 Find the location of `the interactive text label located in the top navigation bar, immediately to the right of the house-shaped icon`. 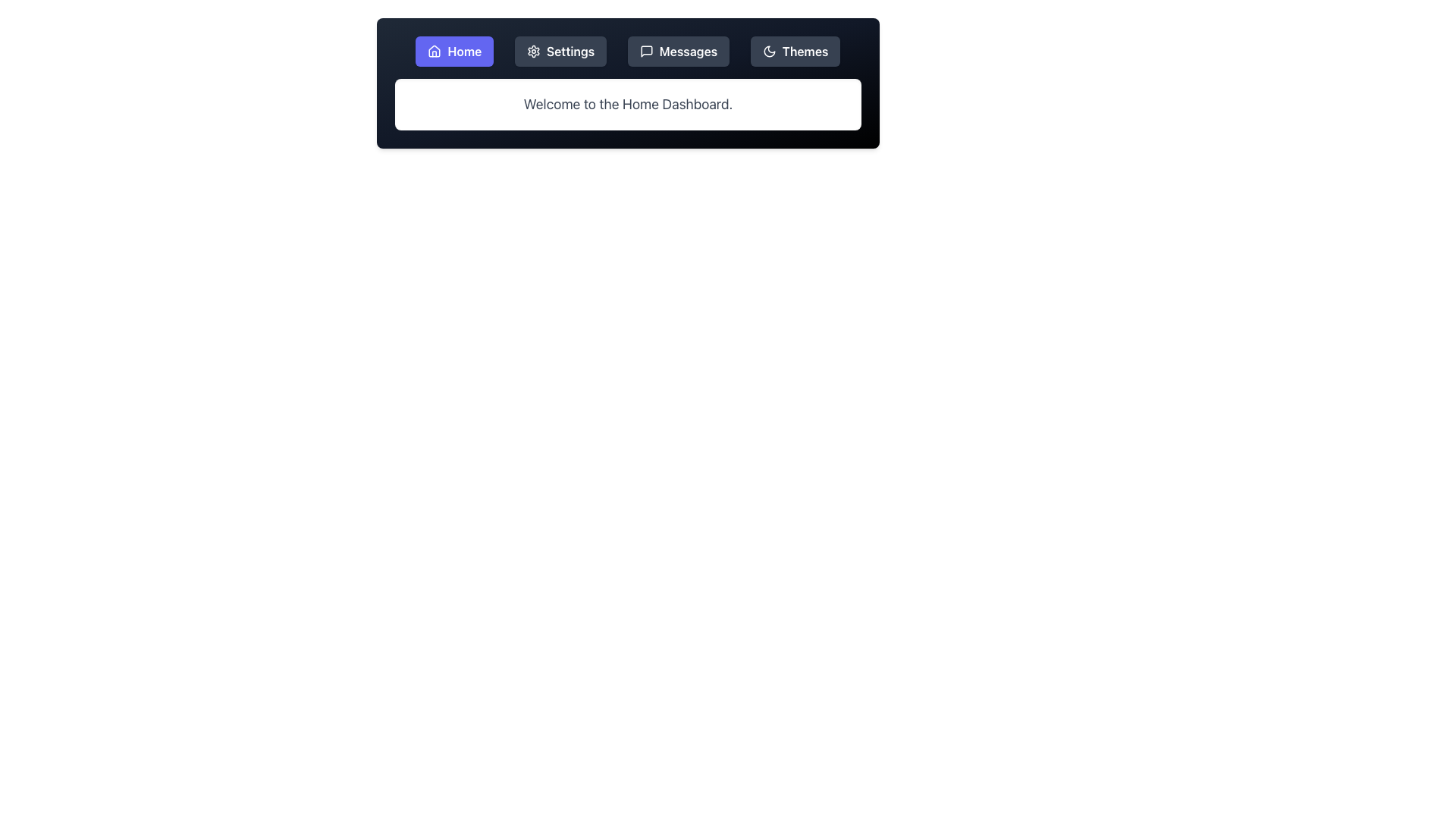

the interactive text label located in the top navigation bar, immediately to the right of the house-shaped icon is located at coordinates (463, 51).